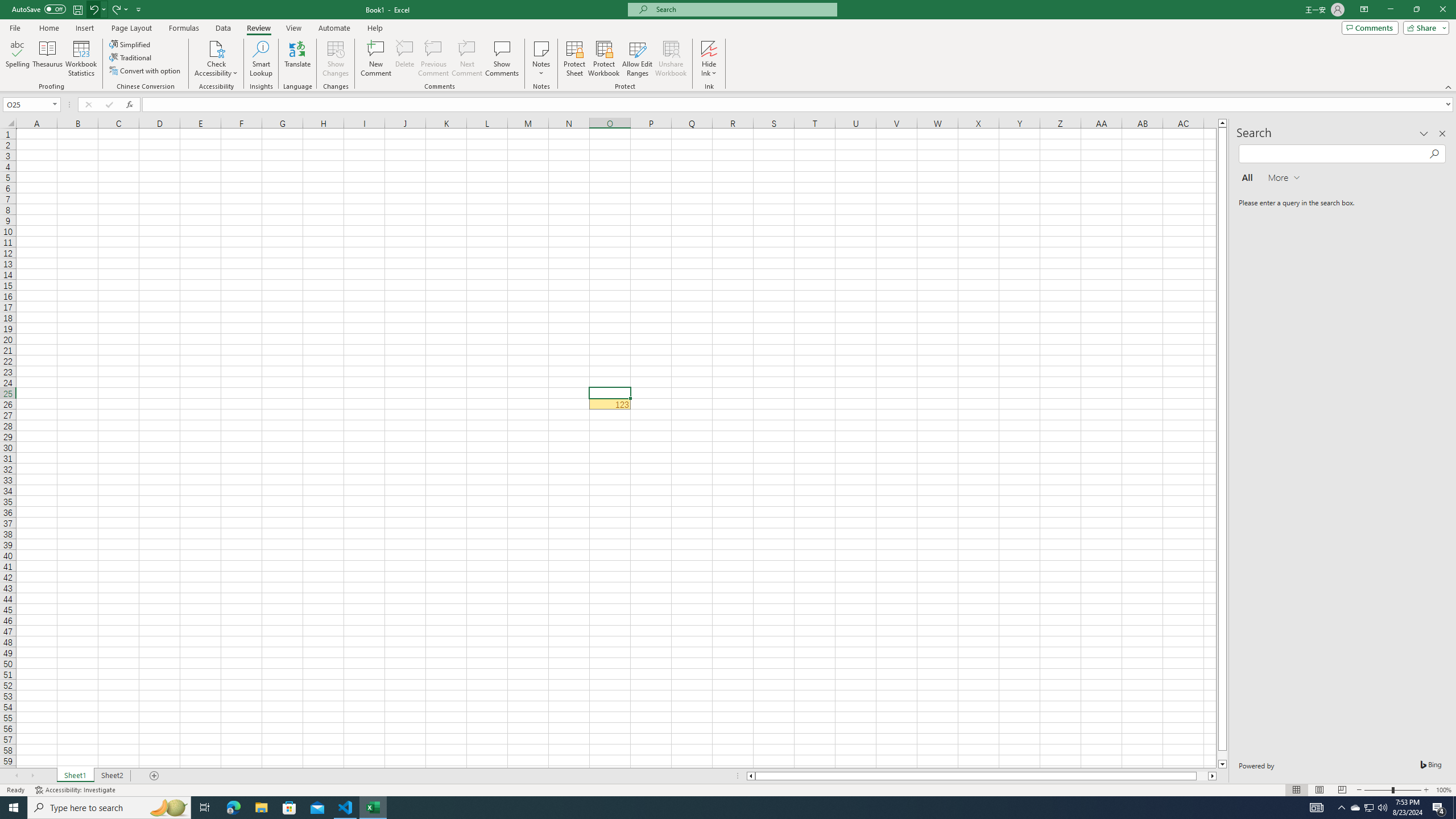 This screenshot has width=1456, height=819. What do you see at coordinates (603, 59) in the screenshot?
I see `'Protect Workbook...'` at bounding box center [603, 59].